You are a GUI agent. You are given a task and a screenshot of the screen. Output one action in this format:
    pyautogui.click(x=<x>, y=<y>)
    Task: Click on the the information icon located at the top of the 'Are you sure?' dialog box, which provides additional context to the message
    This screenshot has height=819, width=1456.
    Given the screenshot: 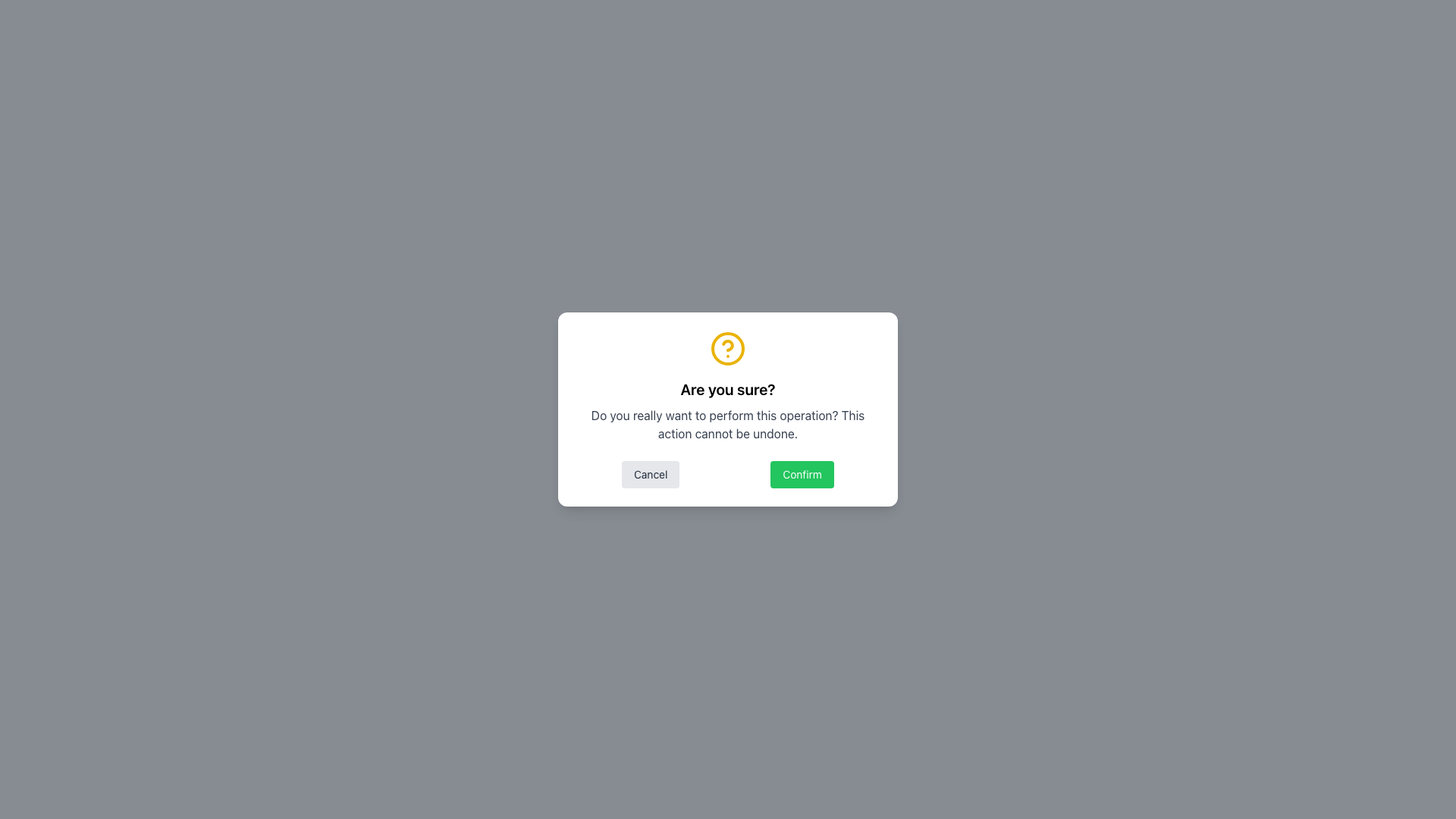 What is the action you would take?
    pyautogui.click(x=728, y=348)
    